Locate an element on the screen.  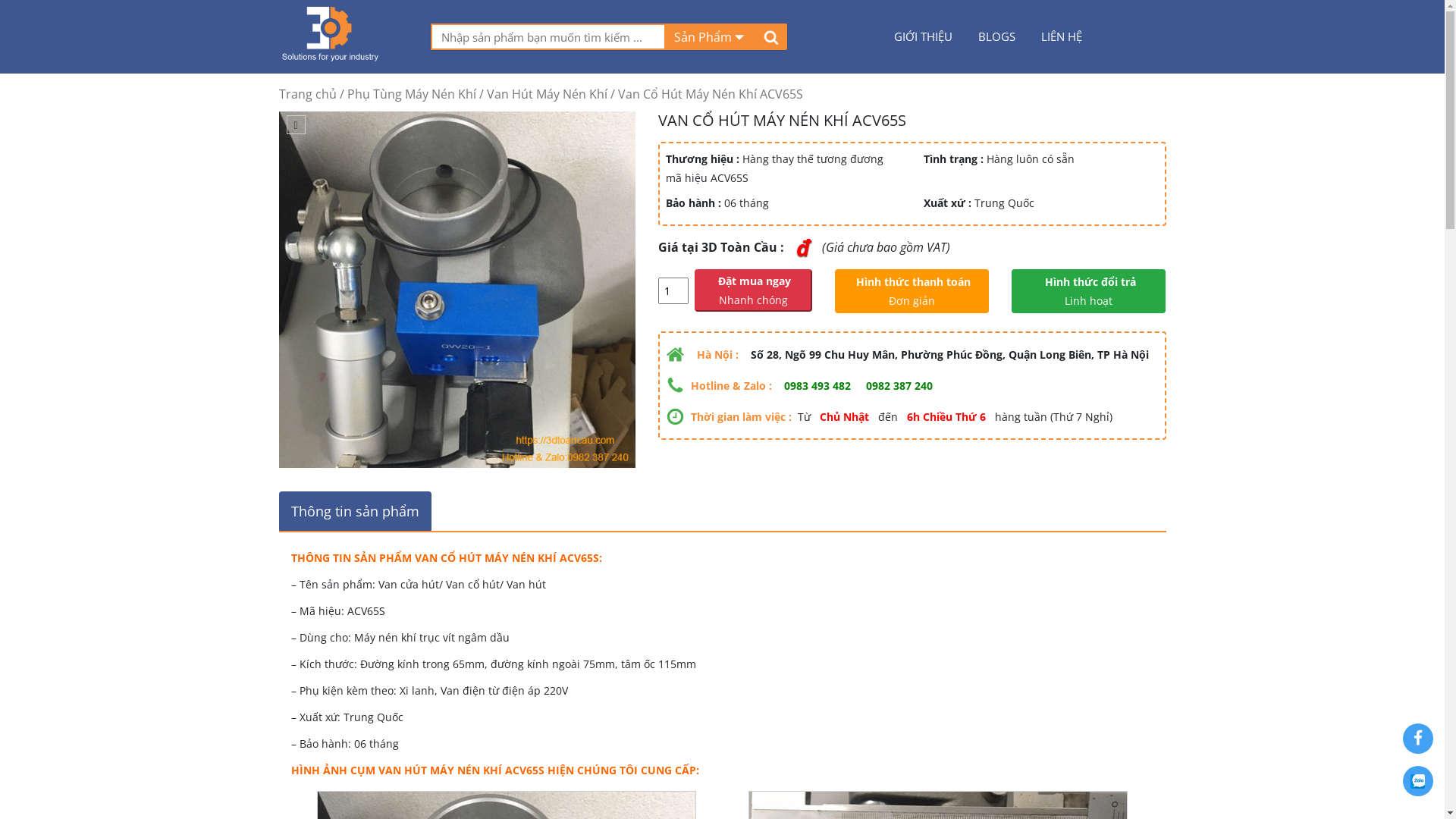
'0983 493 482' is located at coordinates (817, 384).